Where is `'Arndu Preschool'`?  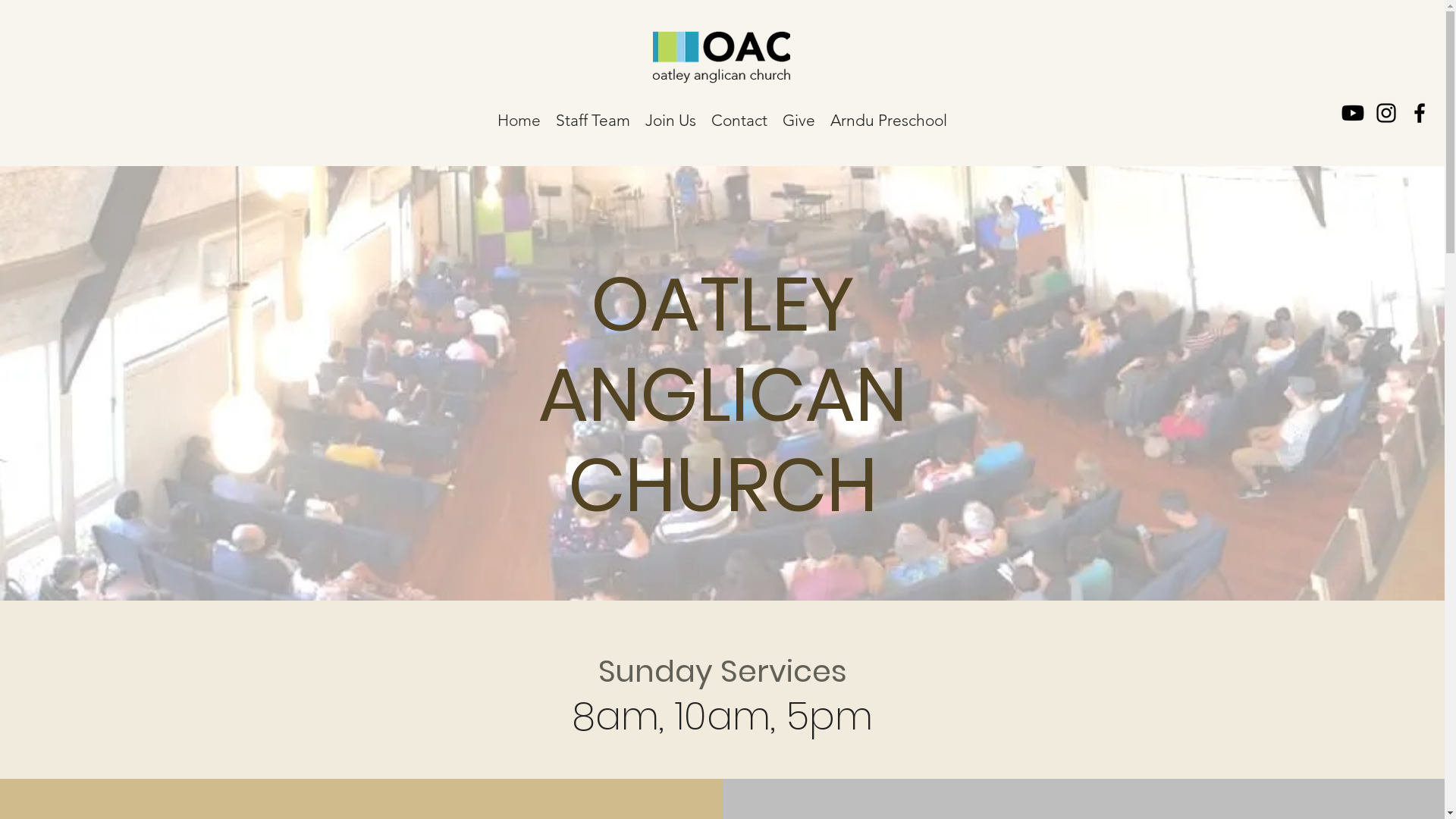
'Arndu Preschool' is located at coordinates (888, 116).